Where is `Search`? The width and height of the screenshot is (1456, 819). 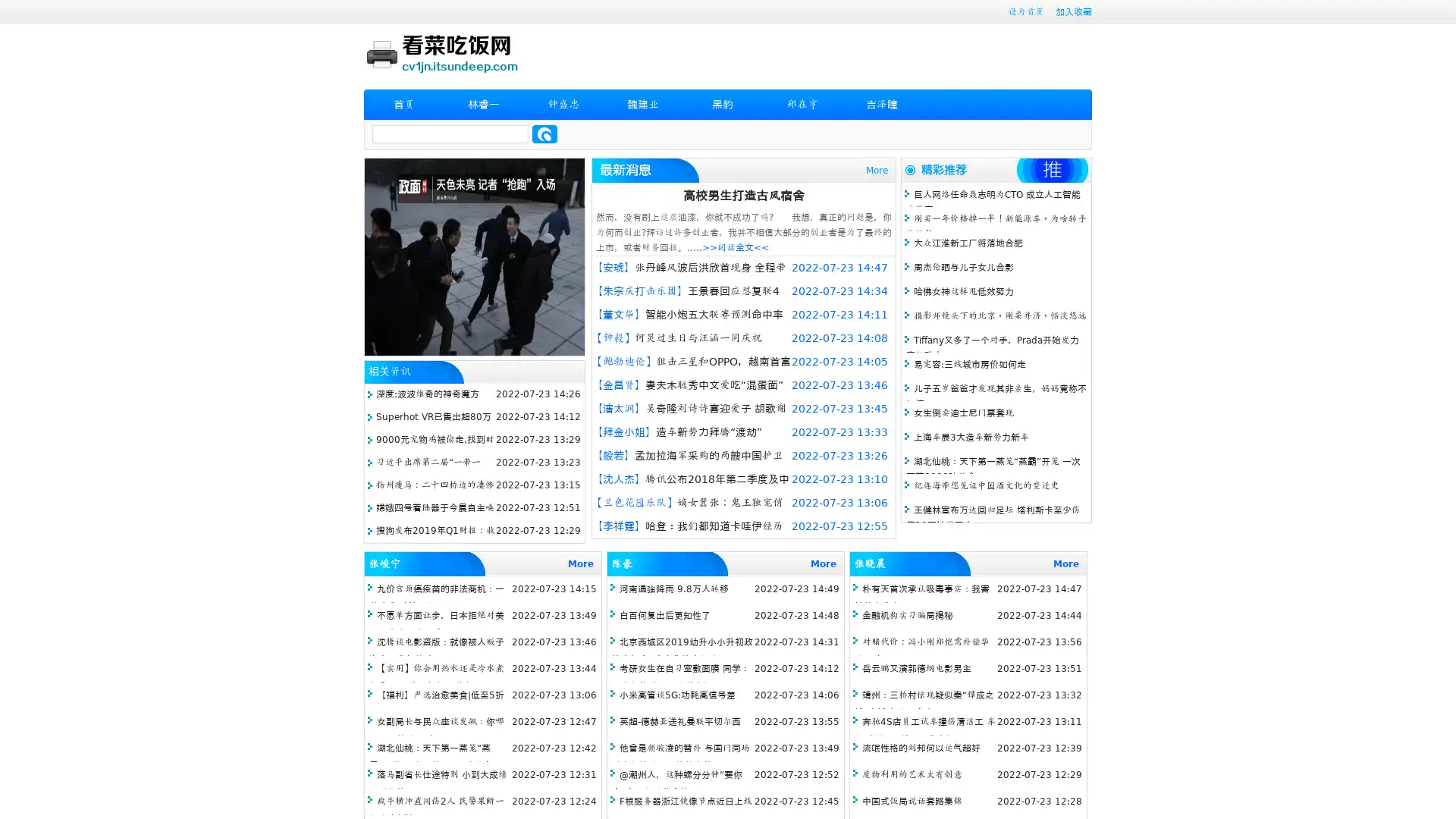
Search is located at coordinates (544, 133).